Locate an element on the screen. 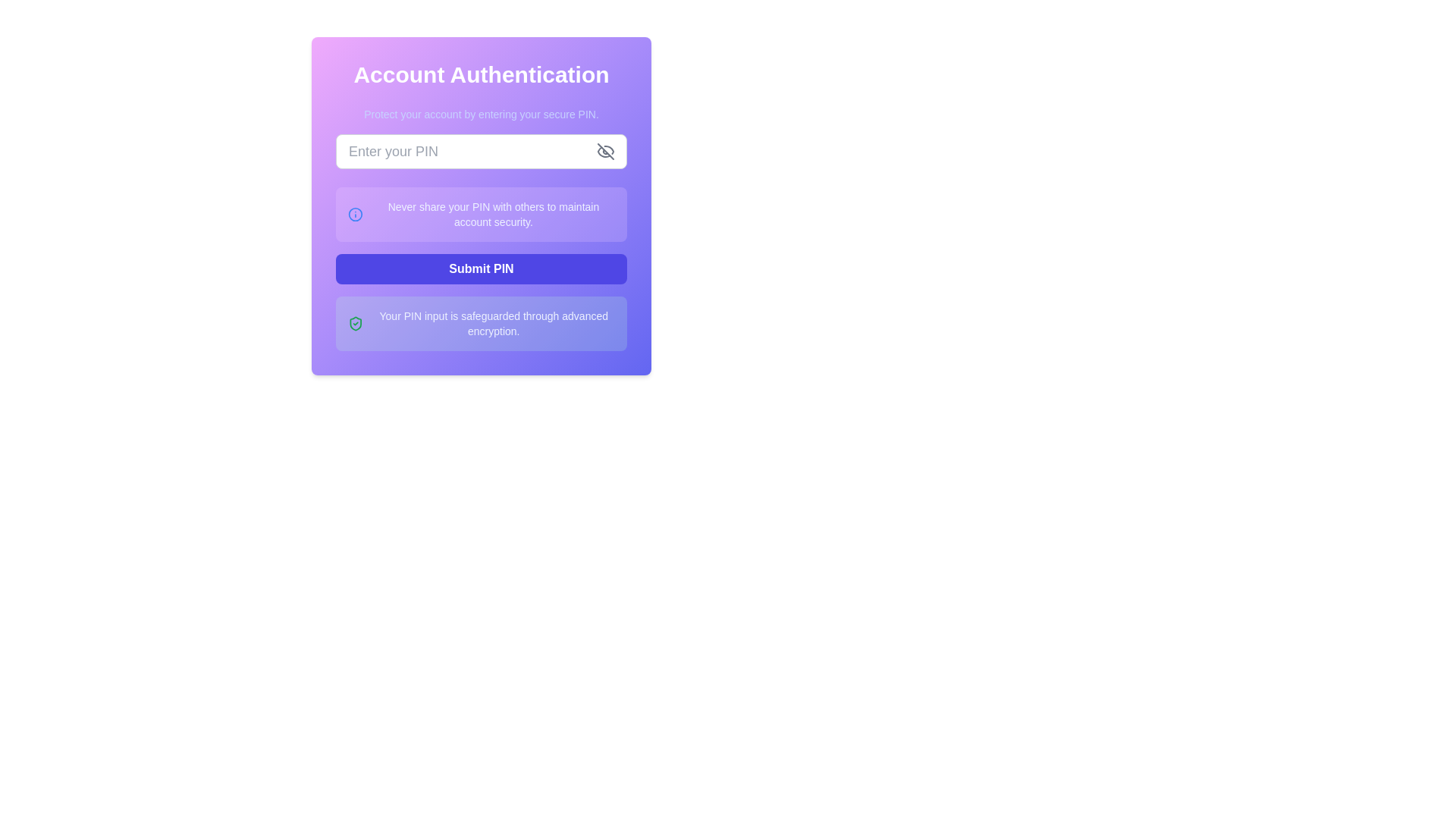 Image resolution: width=1456 pixels, height=819 pixels. the green shield icon with a checkmark, which is positioned to the left of the PIN security message in the green-themed notification box at the bottom of the authentication form is located at coordinates (355, 323).